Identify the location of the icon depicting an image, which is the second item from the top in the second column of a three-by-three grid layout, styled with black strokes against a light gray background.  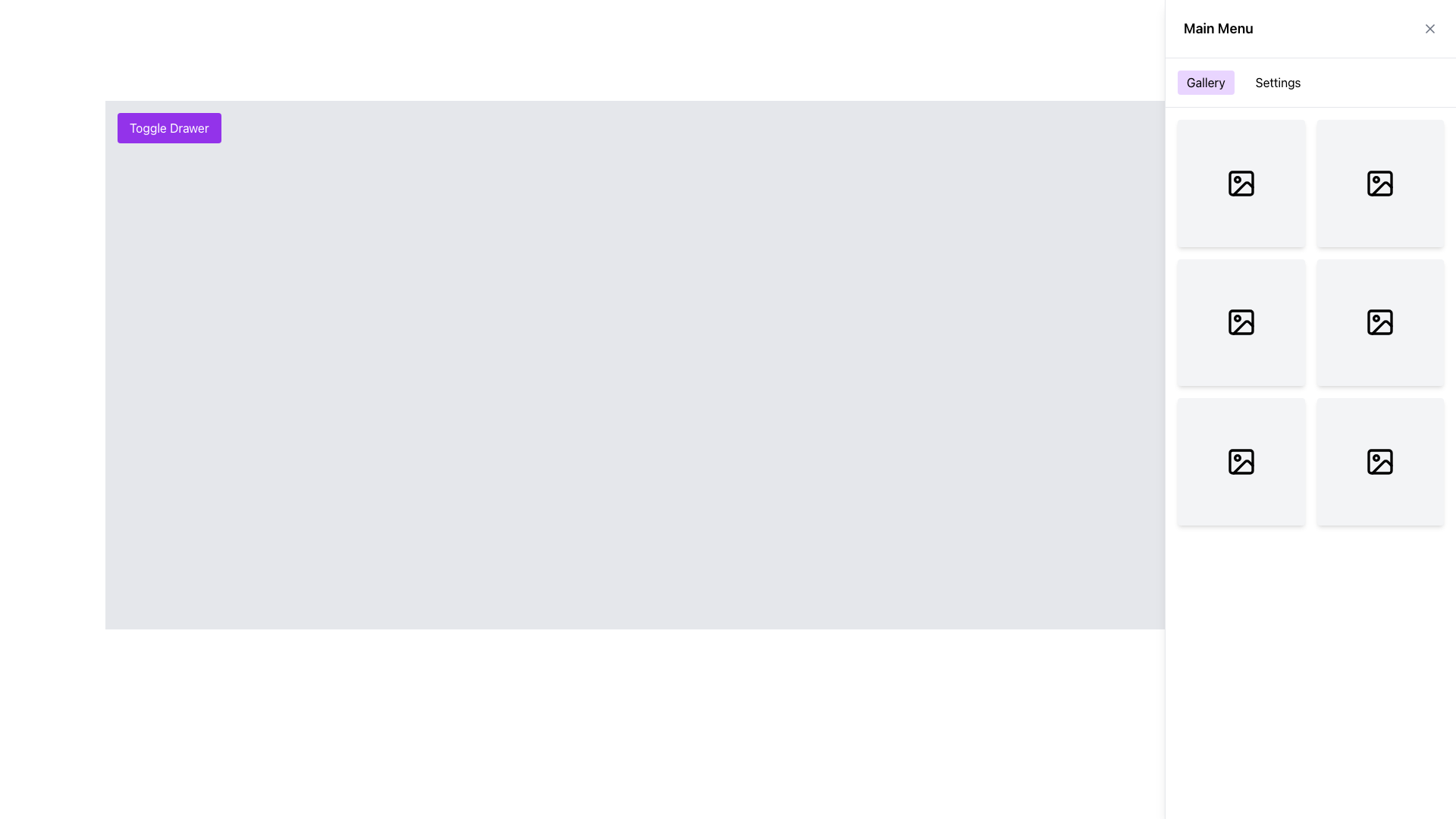
(1241, 322).